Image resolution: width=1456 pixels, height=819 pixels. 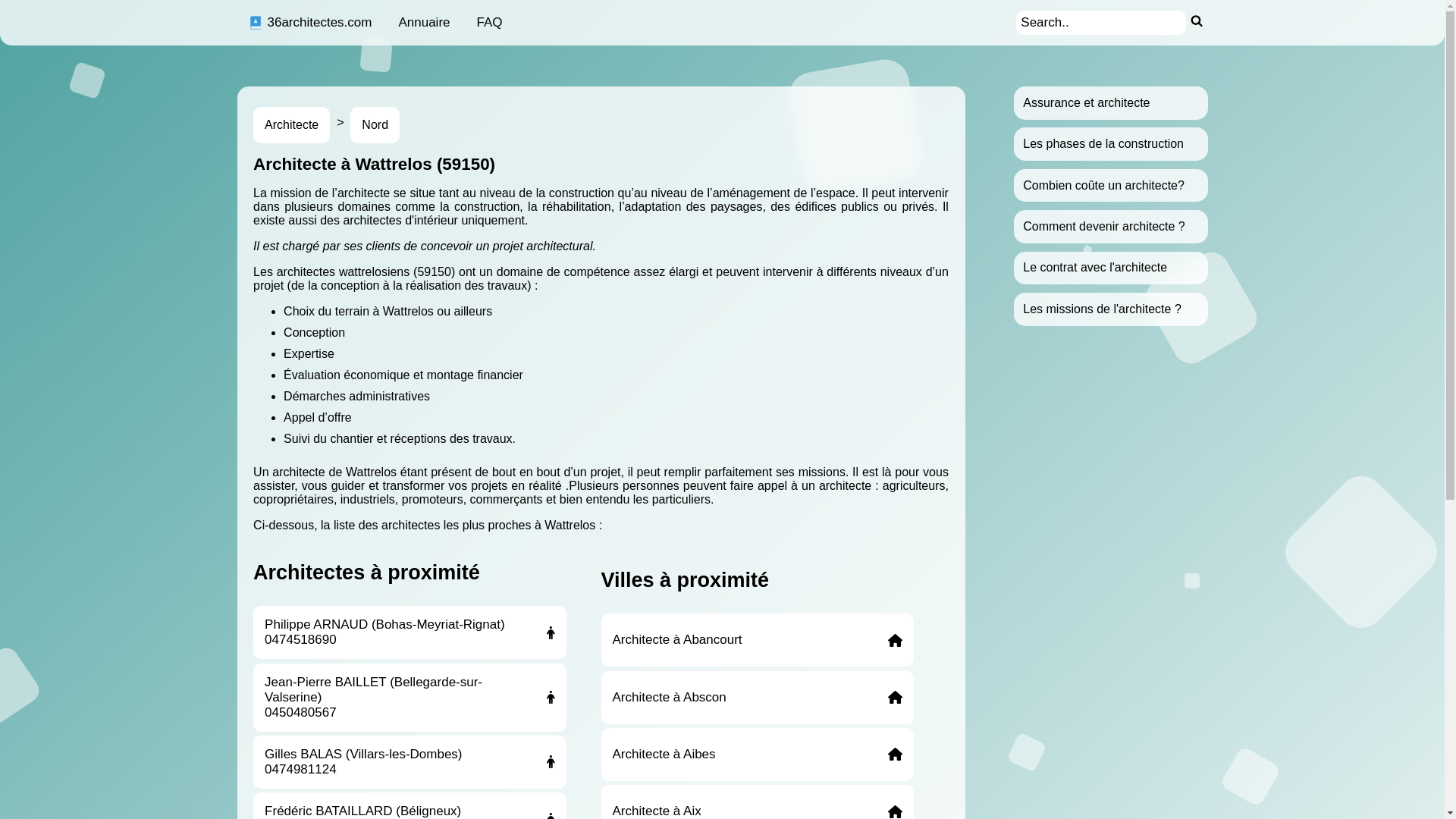 I want to click on 'Annuaire', so click(x=423, y=23).